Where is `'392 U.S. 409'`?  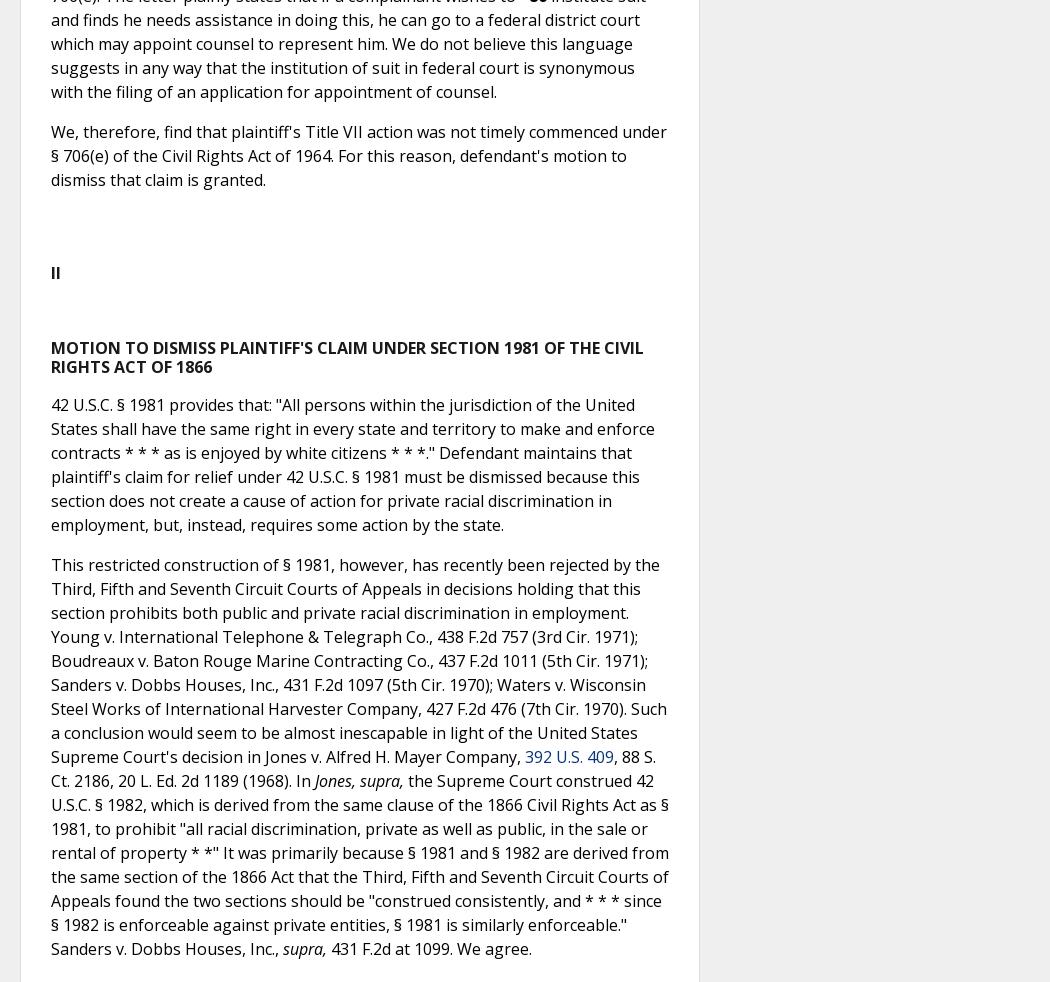
'392 U.S. 409' is located at coordinates (568, 757).